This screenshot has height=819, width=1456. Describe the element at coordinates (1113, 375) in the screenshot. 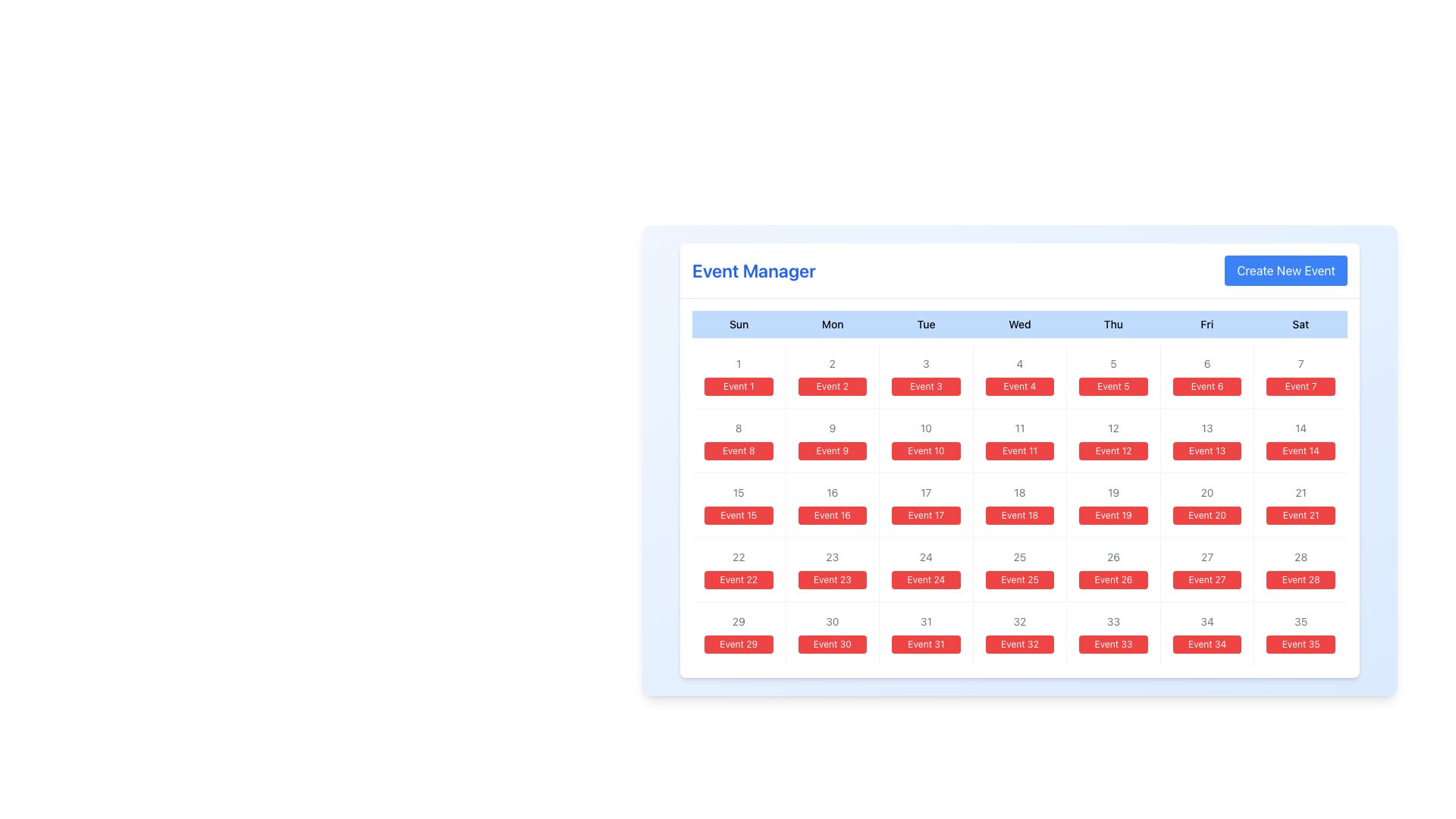

I see `the interactive block for event details located in the calendar grid under the 'Thu' column, representing the 5th day of the month, for navigation purposes` at that location.